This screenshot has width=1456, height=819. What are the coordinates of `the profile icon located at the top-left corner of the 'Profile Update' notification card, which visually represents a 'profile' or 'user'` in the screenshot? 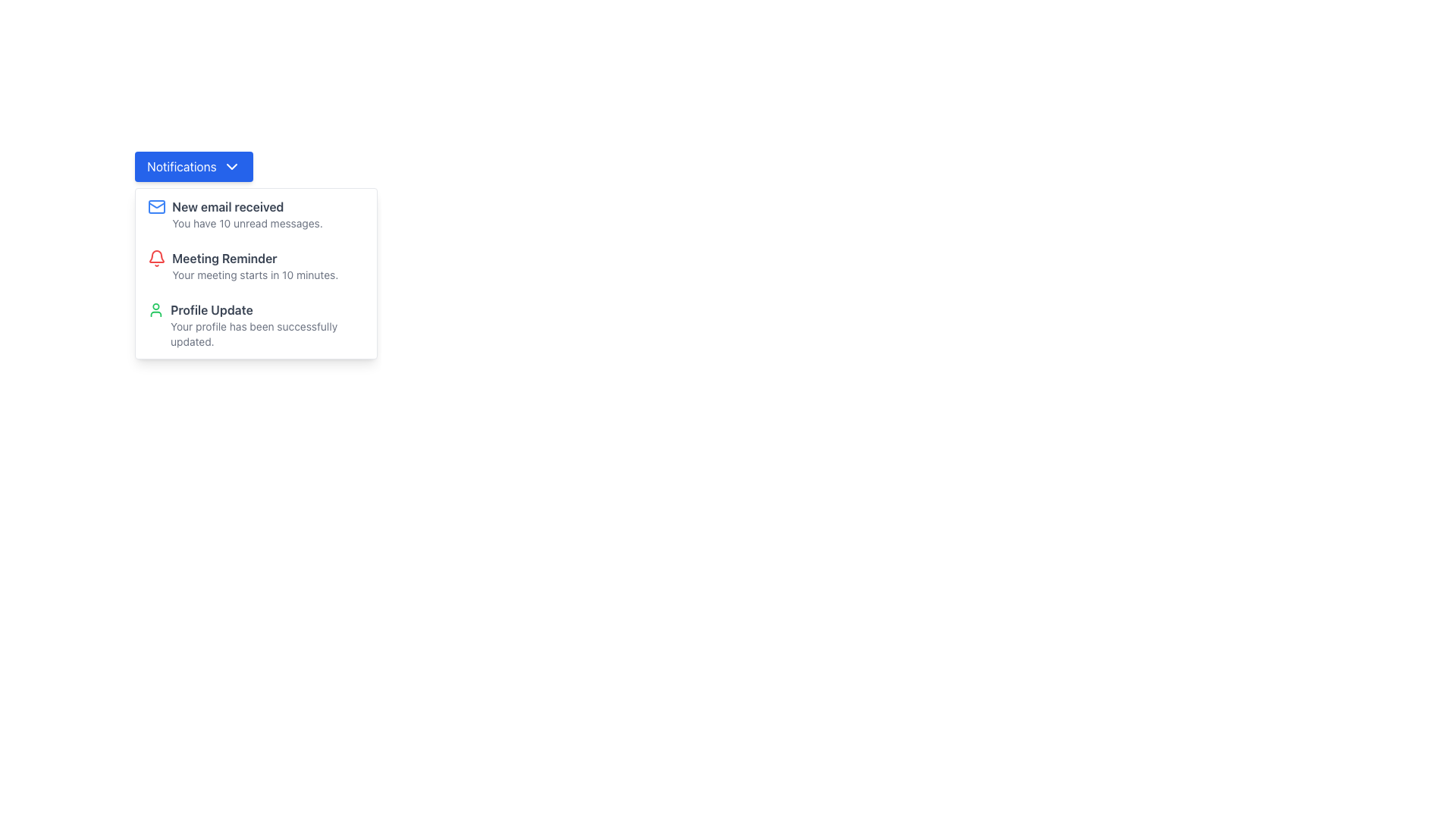 It's located at (156, 309).